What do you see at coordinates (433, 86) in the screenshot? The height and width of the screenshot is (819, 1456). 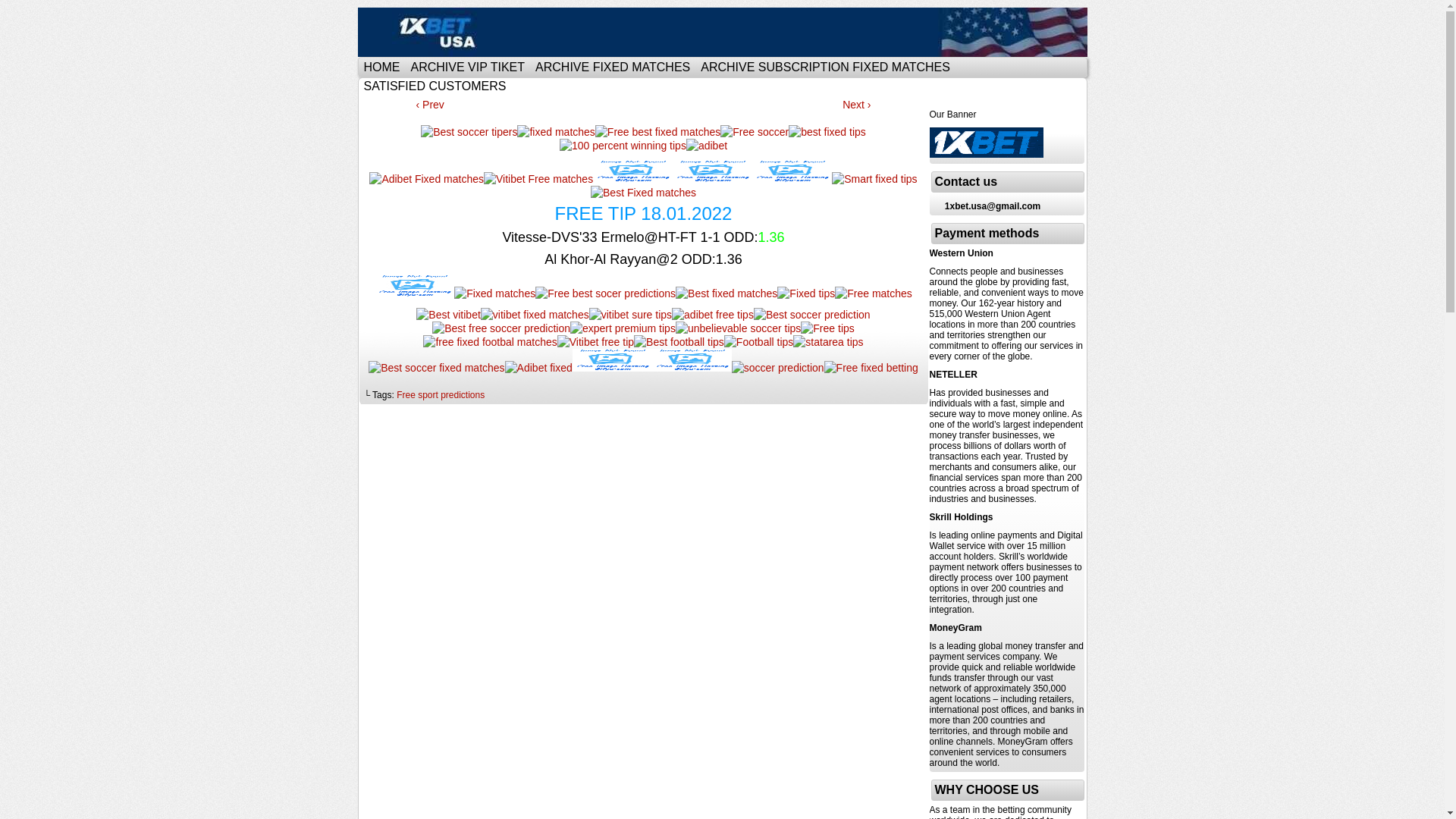 I see `'SATISFIED CUSTOMERS'` at bounding box center [433, 86].